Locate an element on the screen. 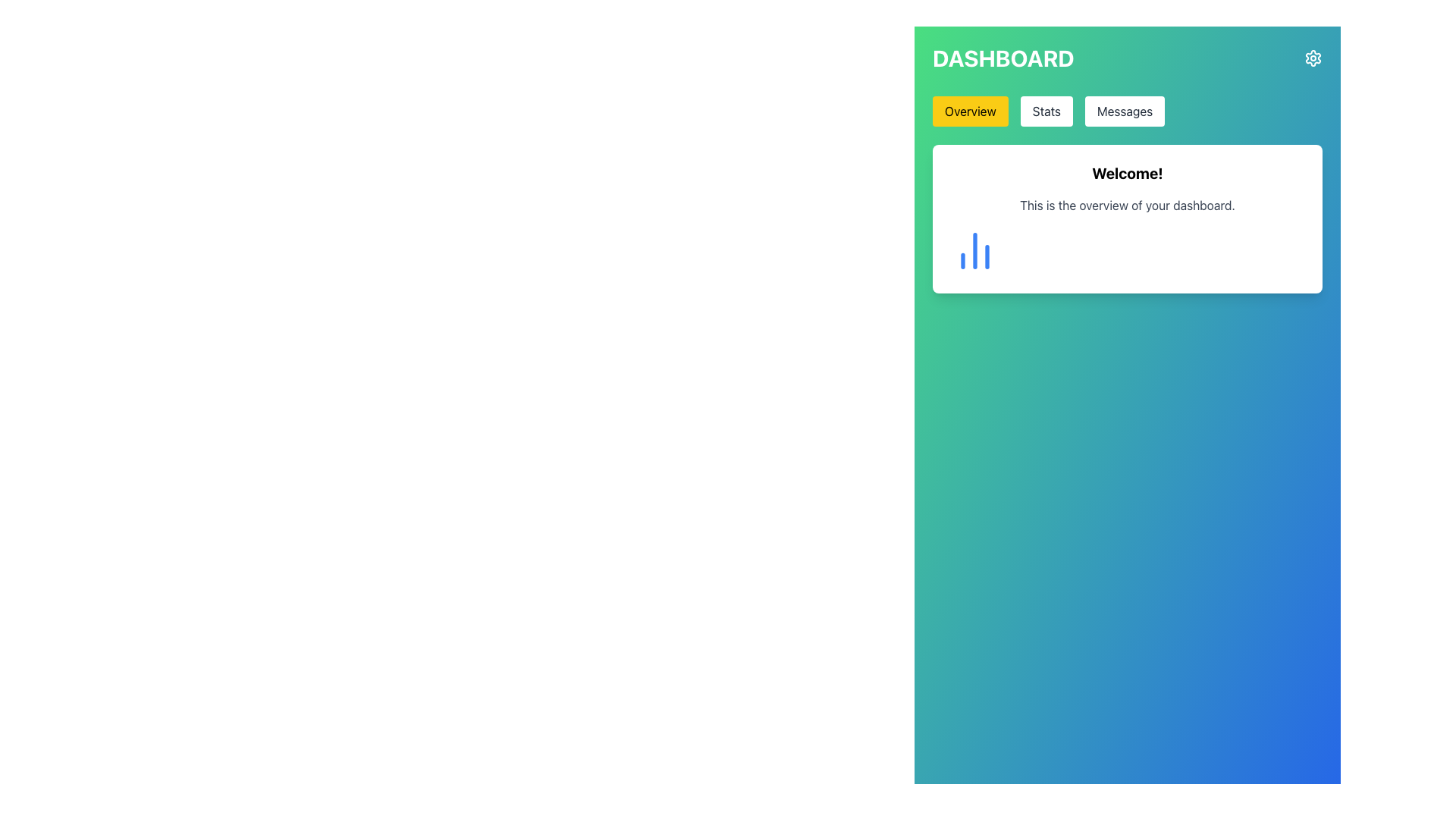  the gear icon button located at the top right corner of the dashboard header is located at coordinates (1313, 58).